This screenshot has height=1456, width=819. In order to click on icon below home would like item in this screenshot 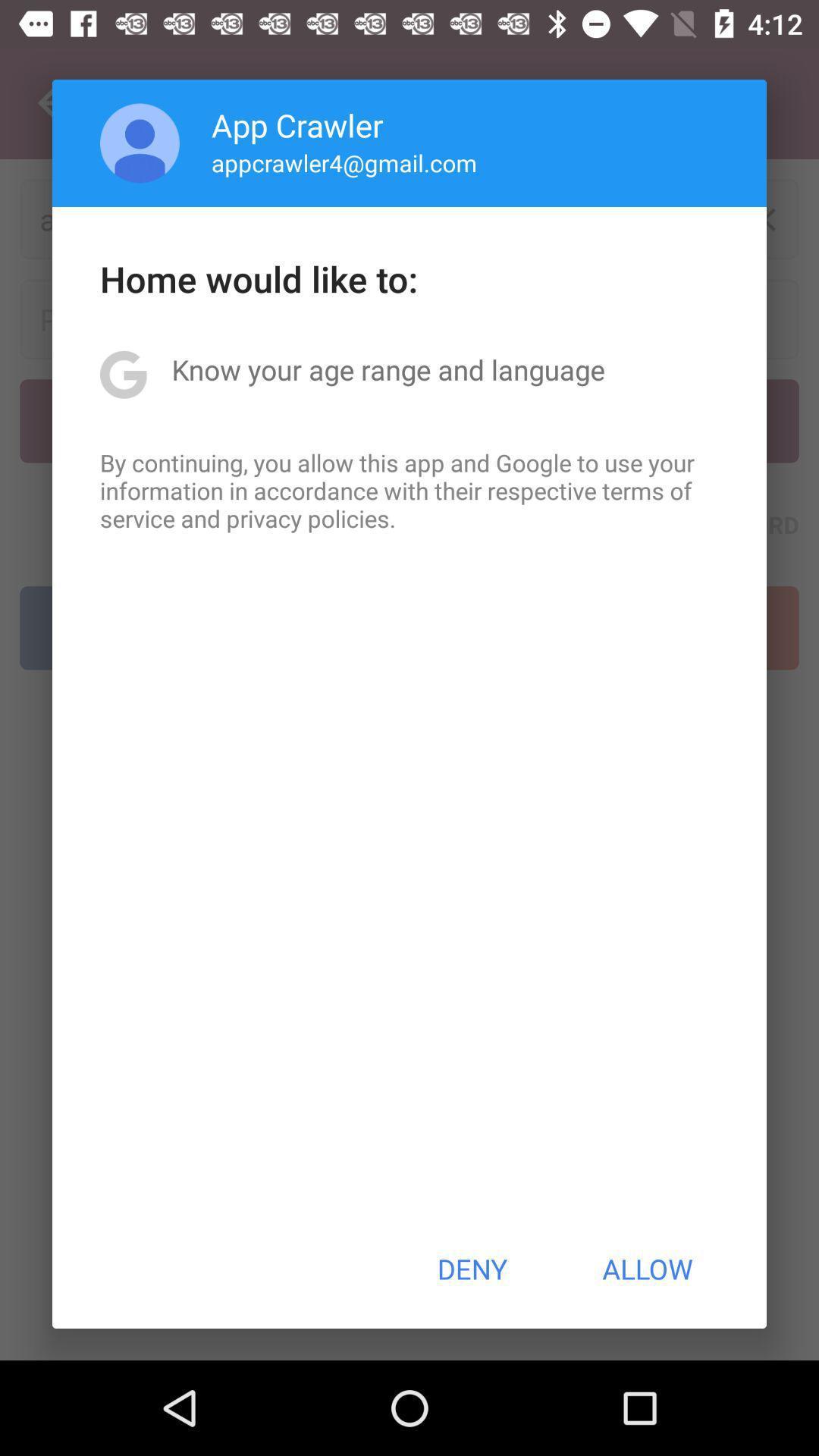, I will do `click(388, 369)`.